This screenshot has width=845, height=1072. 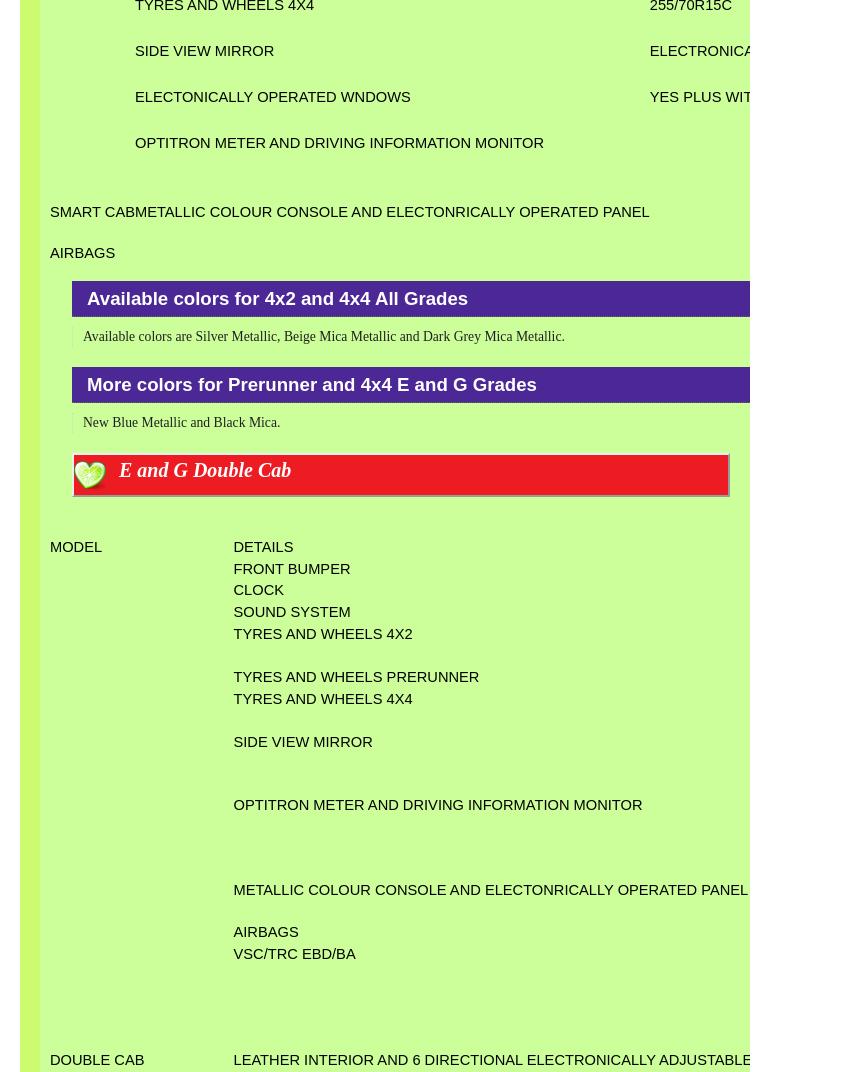 I want to click on 'TYRES 
							   AND WHEELS 4X2', so click(x=322, y=633).